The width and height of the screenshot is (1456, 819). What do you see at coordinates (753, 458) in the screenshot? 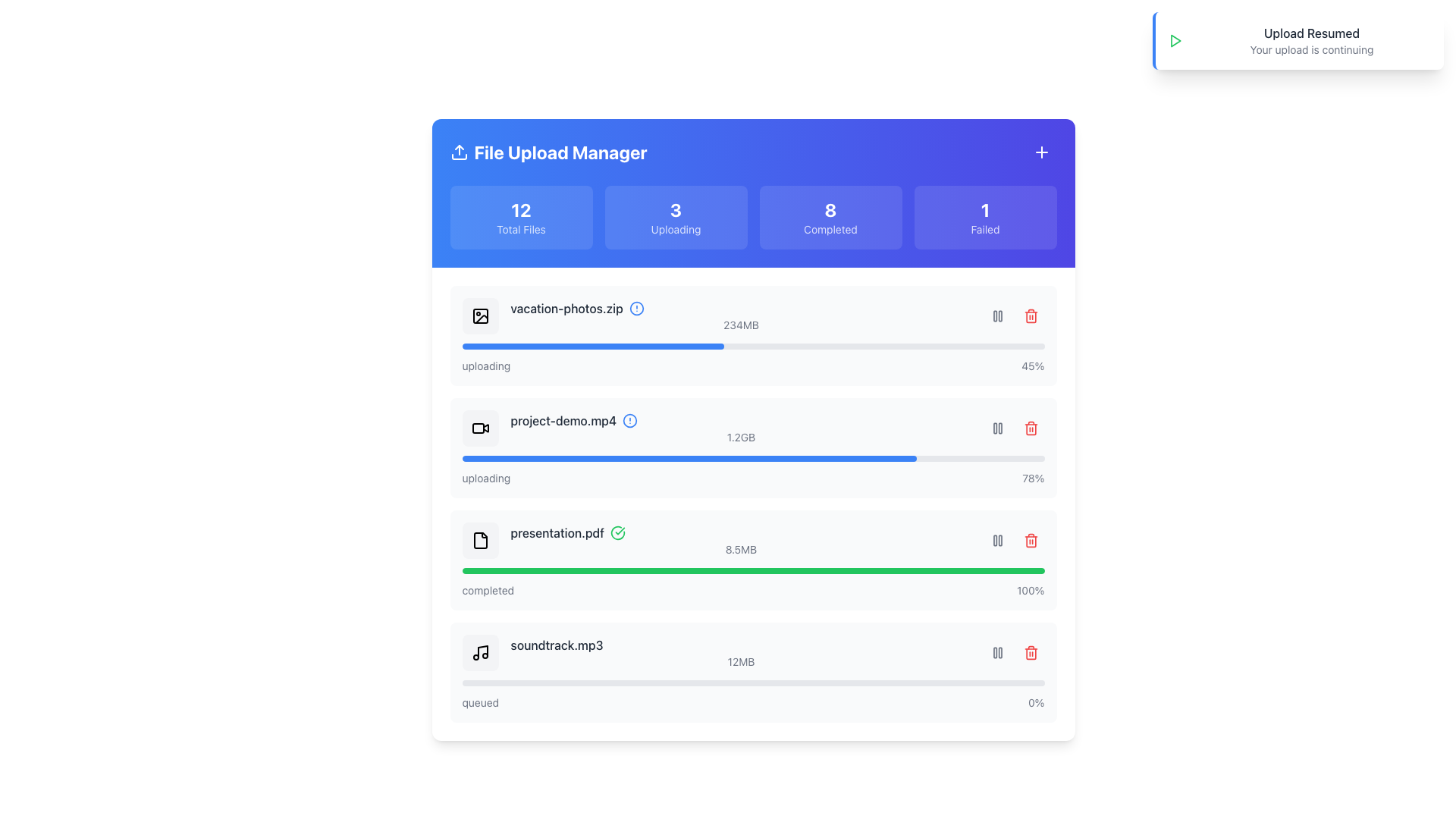
I see `the progress bar that visually represents the upload progress of the file 'project-demo.mp4' located below the text 'project-demo.mp4' and '1.2GB' in the file upload manager interface` at bounding box center [753, 458].